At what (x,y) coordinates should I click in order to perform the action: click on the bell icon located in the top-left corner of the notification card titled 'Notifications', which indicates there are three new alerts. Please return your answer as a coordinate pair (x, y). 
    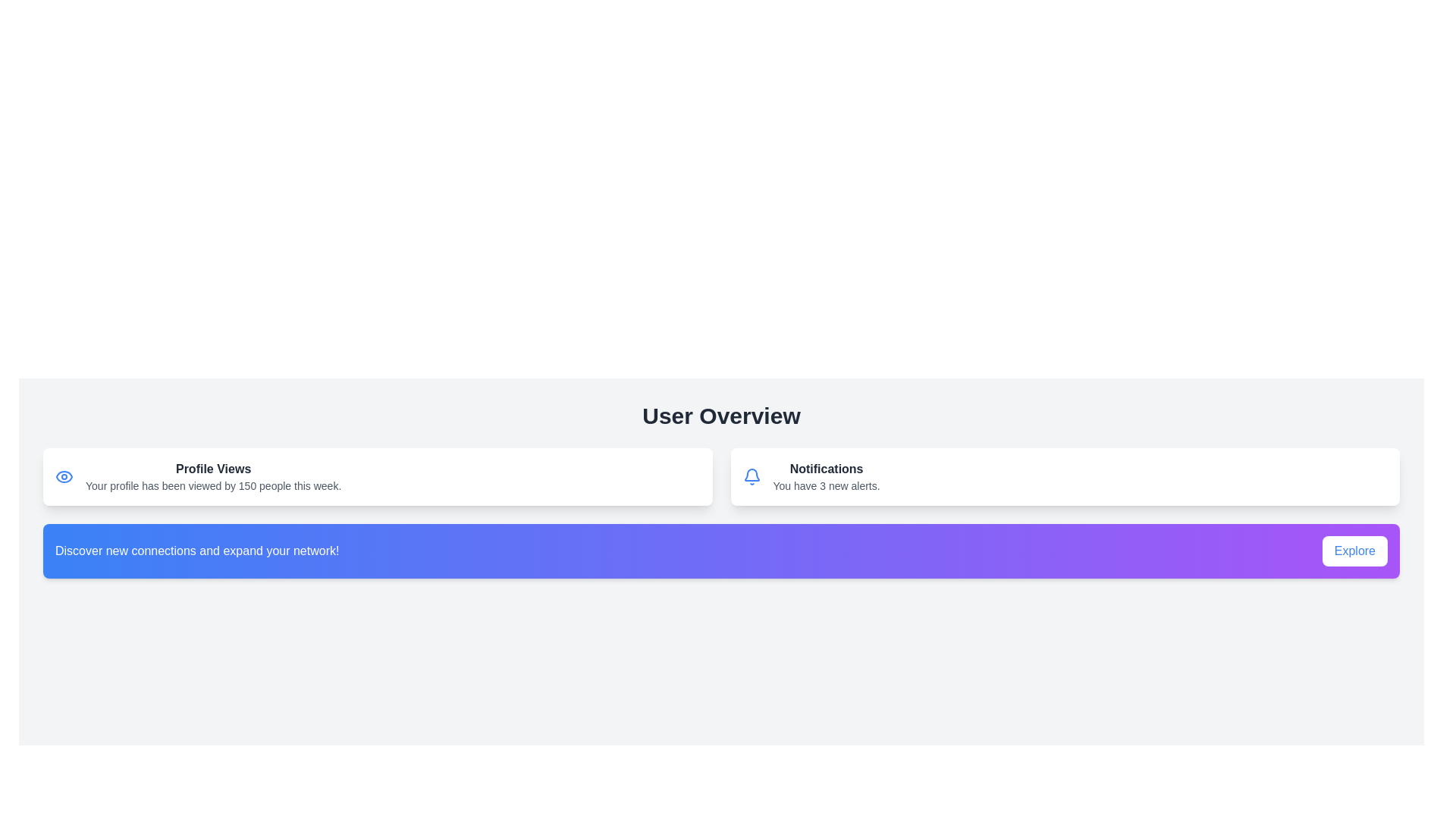
    Looking at the image, I should click on (752, 475).